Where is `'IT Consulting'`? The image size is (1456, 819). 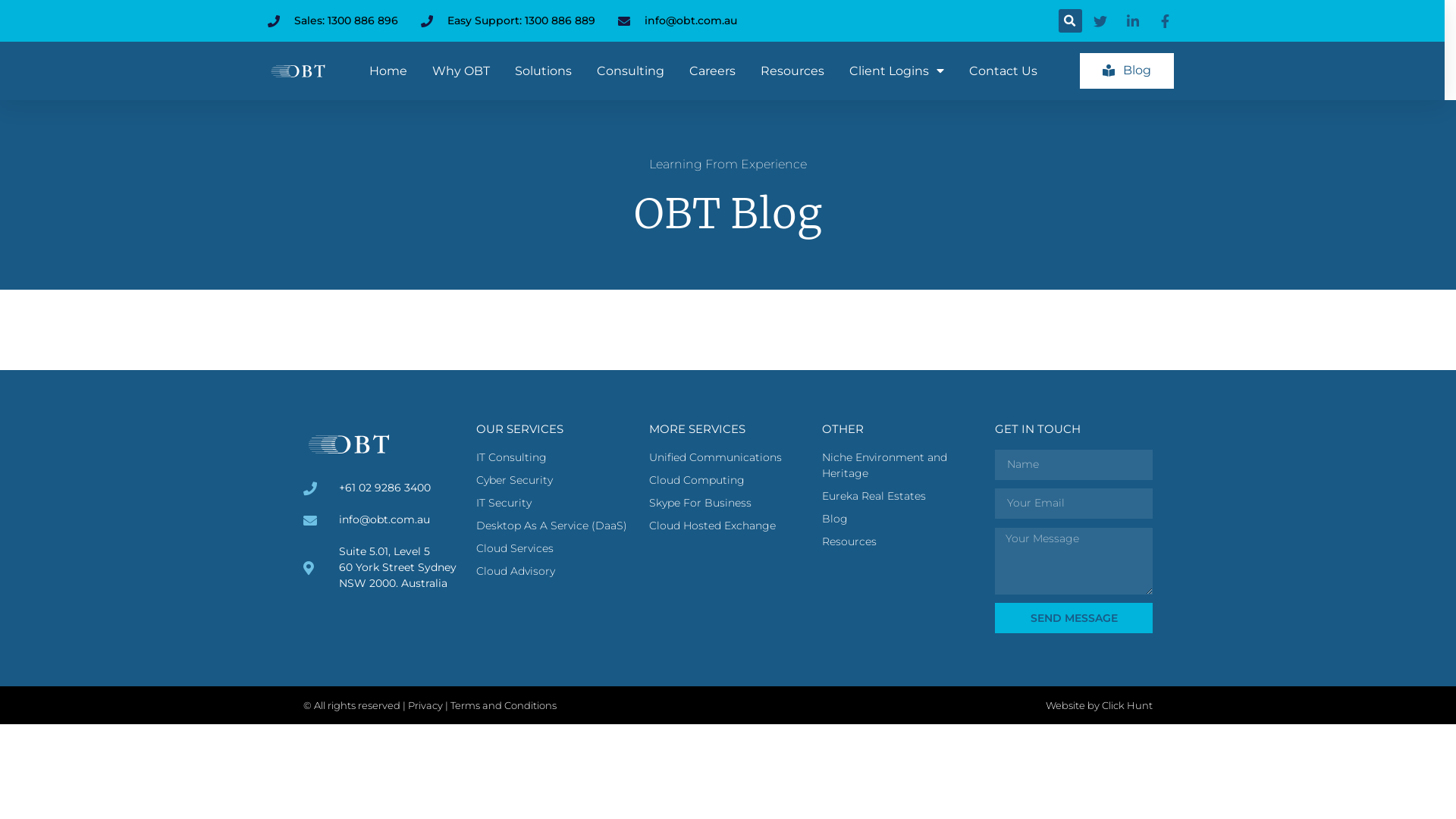
'IT Consulting' is located at coordinates (475, 457).